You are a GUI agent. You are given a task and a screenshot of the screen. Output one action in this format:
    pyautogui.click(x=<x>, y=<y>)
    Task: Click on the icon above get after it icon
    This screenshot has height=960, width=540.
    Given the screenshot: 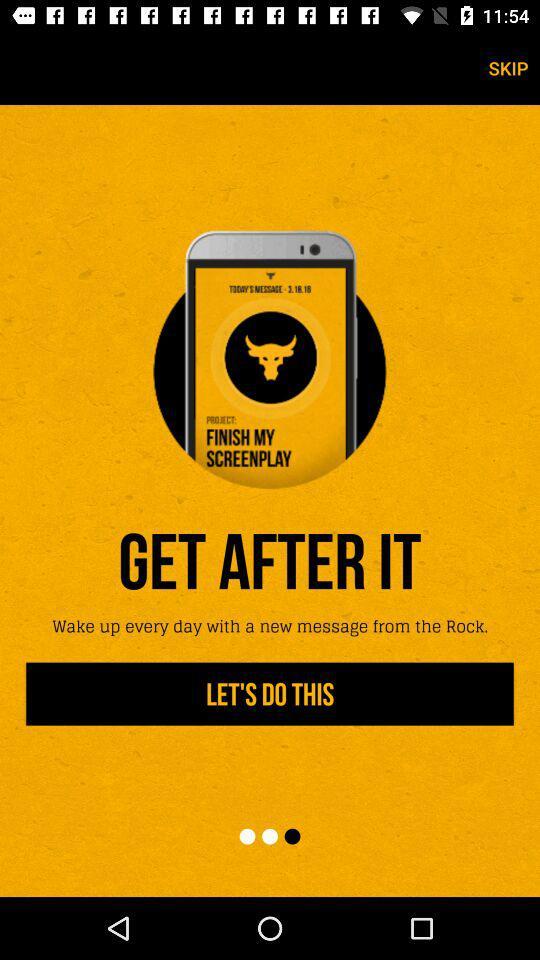 What is the action you would take?
    pyautogui.click(x=270, y=358)
    